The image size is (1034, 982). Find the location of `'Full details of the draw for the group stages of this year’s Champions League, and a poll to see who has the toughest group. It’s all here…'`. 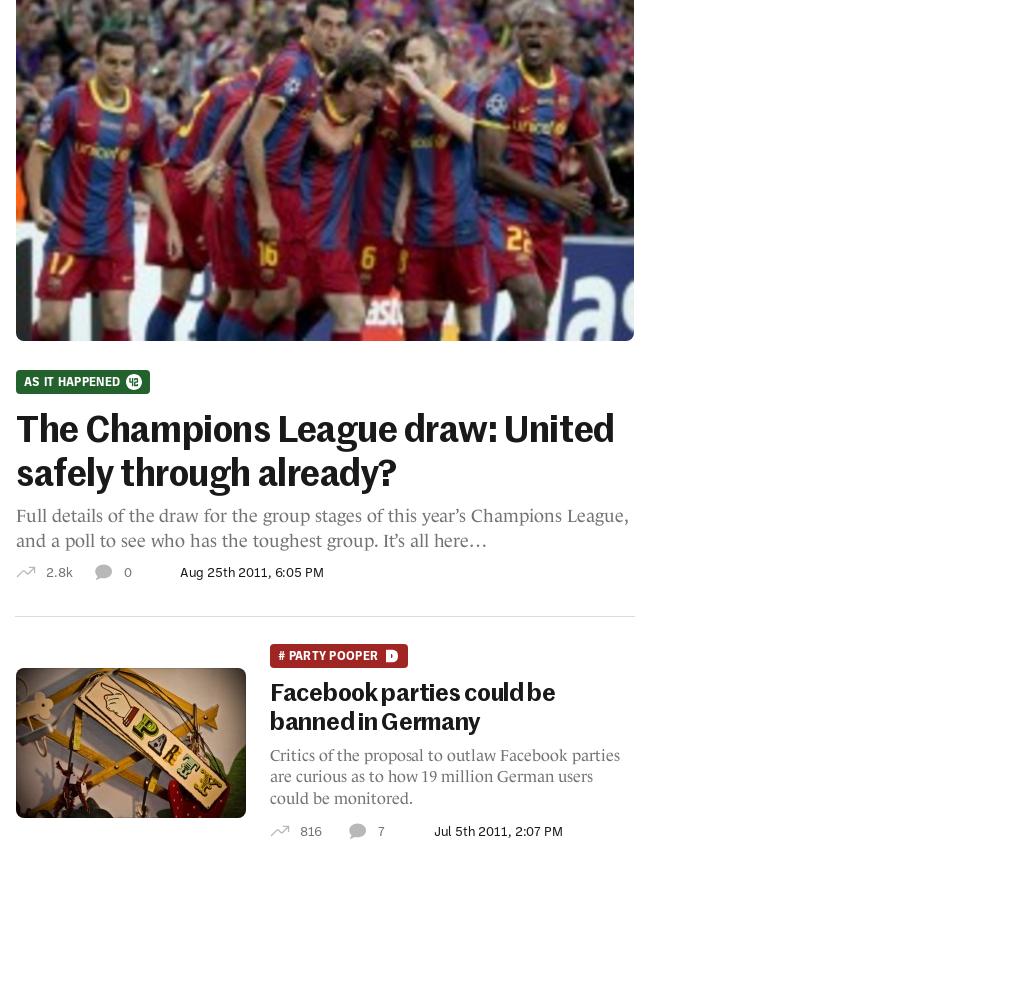

'Full details of the draw for the group stages of this year’s Champions League, and a poll to see who has the toughest group. It’s all here…' is located at coordinates (320, 526).